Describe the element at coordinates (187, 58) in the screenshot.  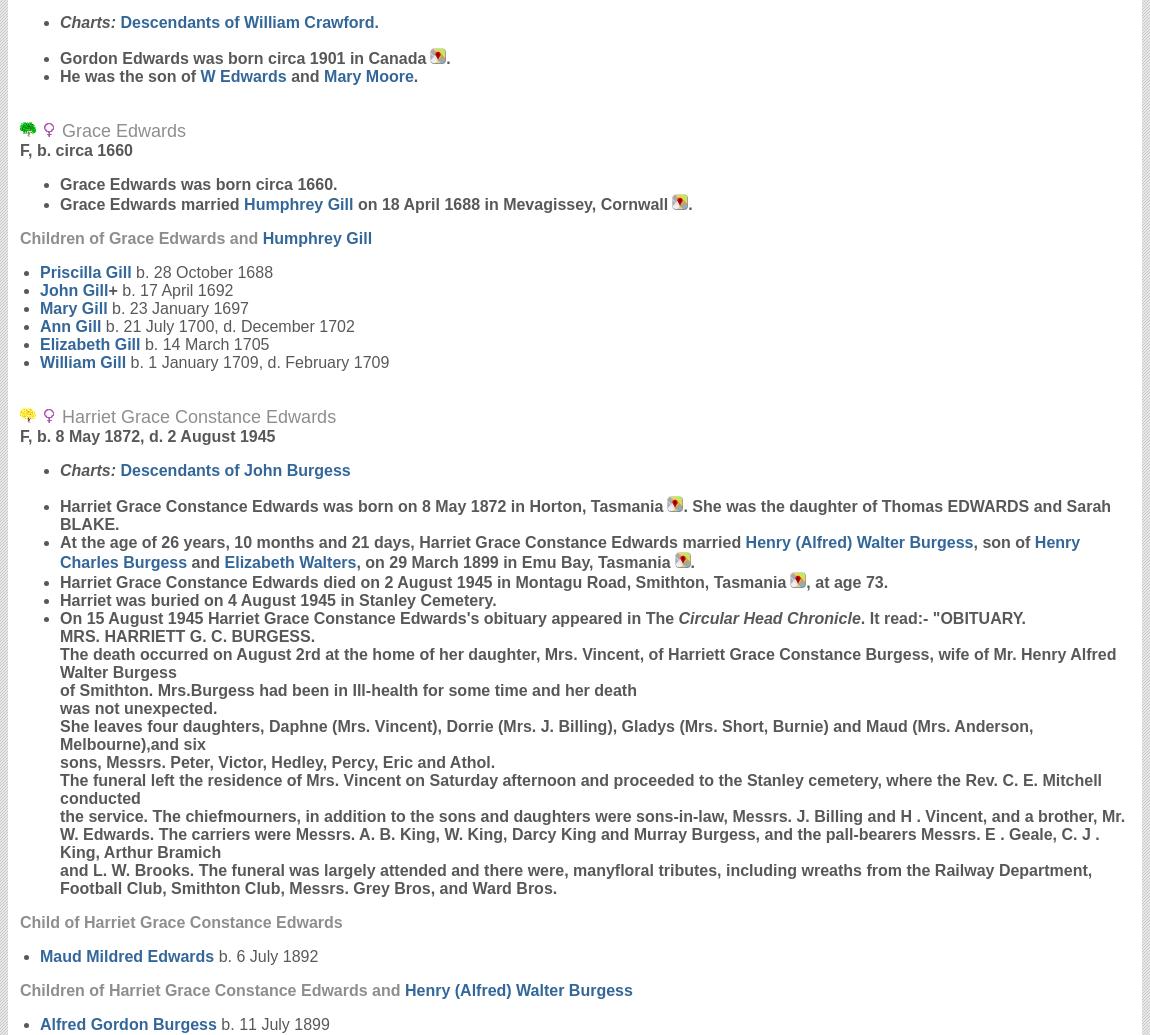
I see `'was born circa 1901 in Canada'` at that location.